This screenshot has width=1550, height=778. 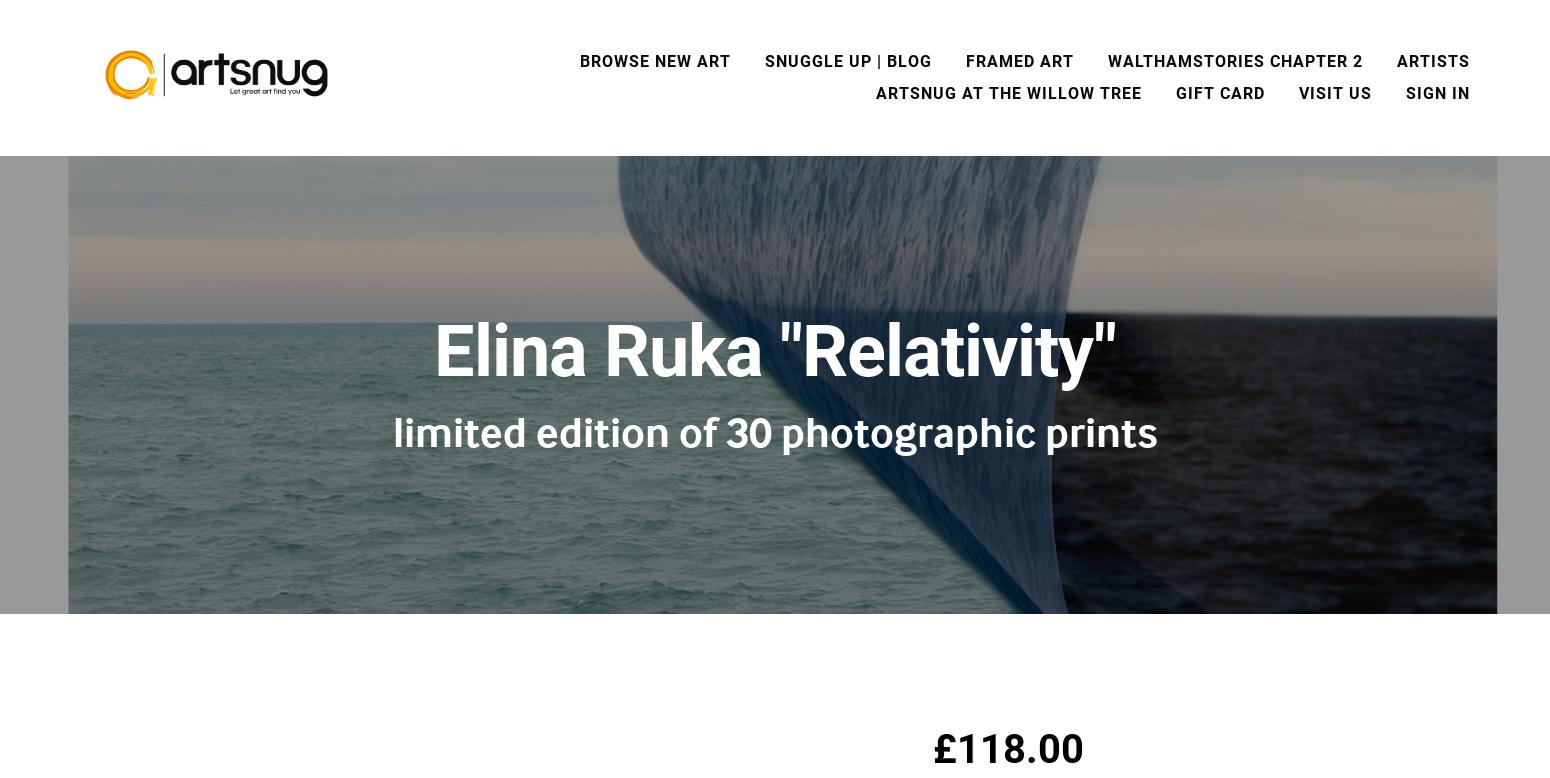 What do you see at coordinates (1008, 748) in the screenshot?
I see `'£118.00'` at bounding box center [1008, 748].